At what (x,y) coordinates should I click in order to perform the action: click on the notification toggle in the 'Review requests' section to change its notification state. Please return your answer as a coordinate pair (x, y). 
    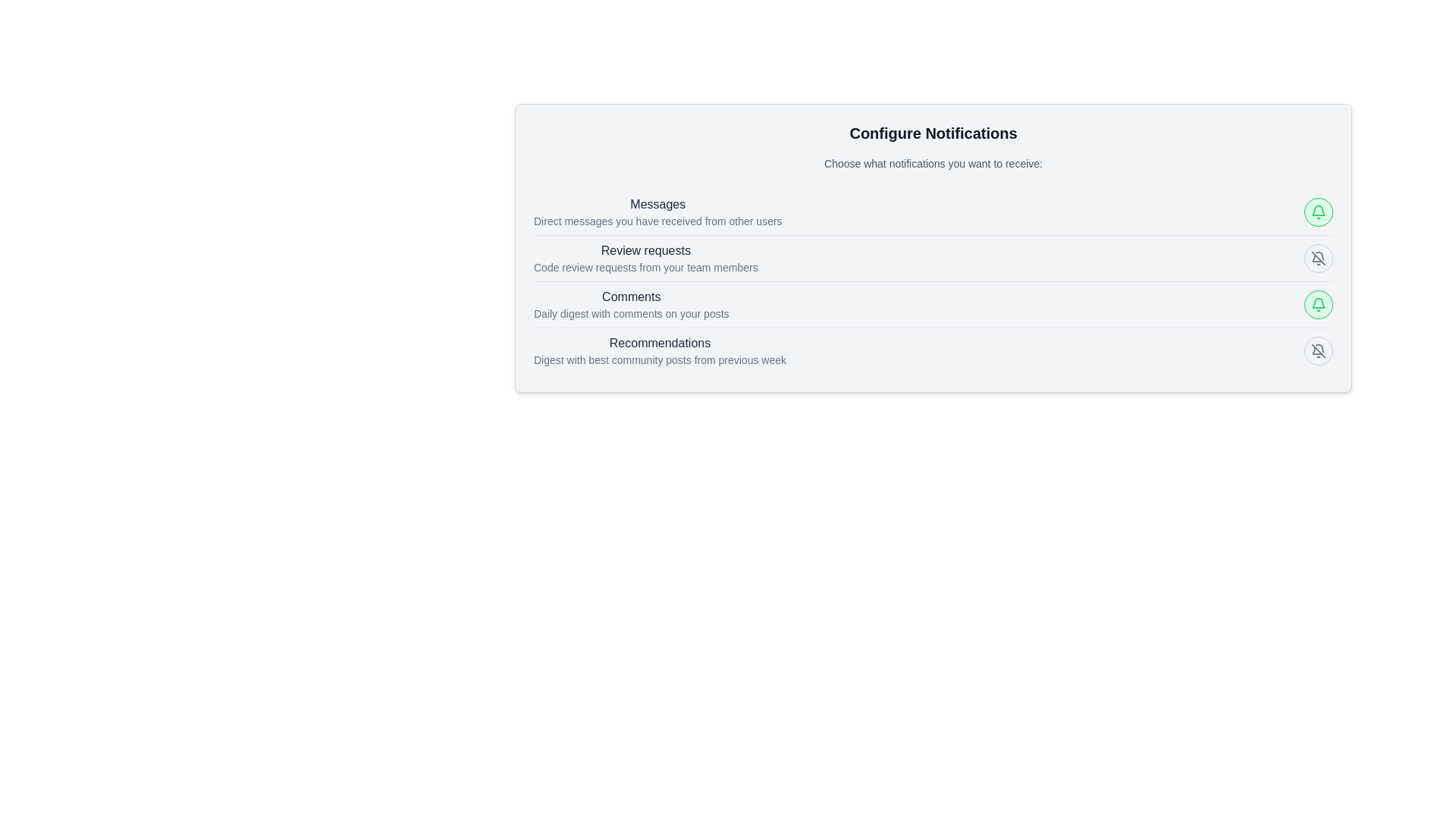
    Looking at the image, I should click on (932, 257).